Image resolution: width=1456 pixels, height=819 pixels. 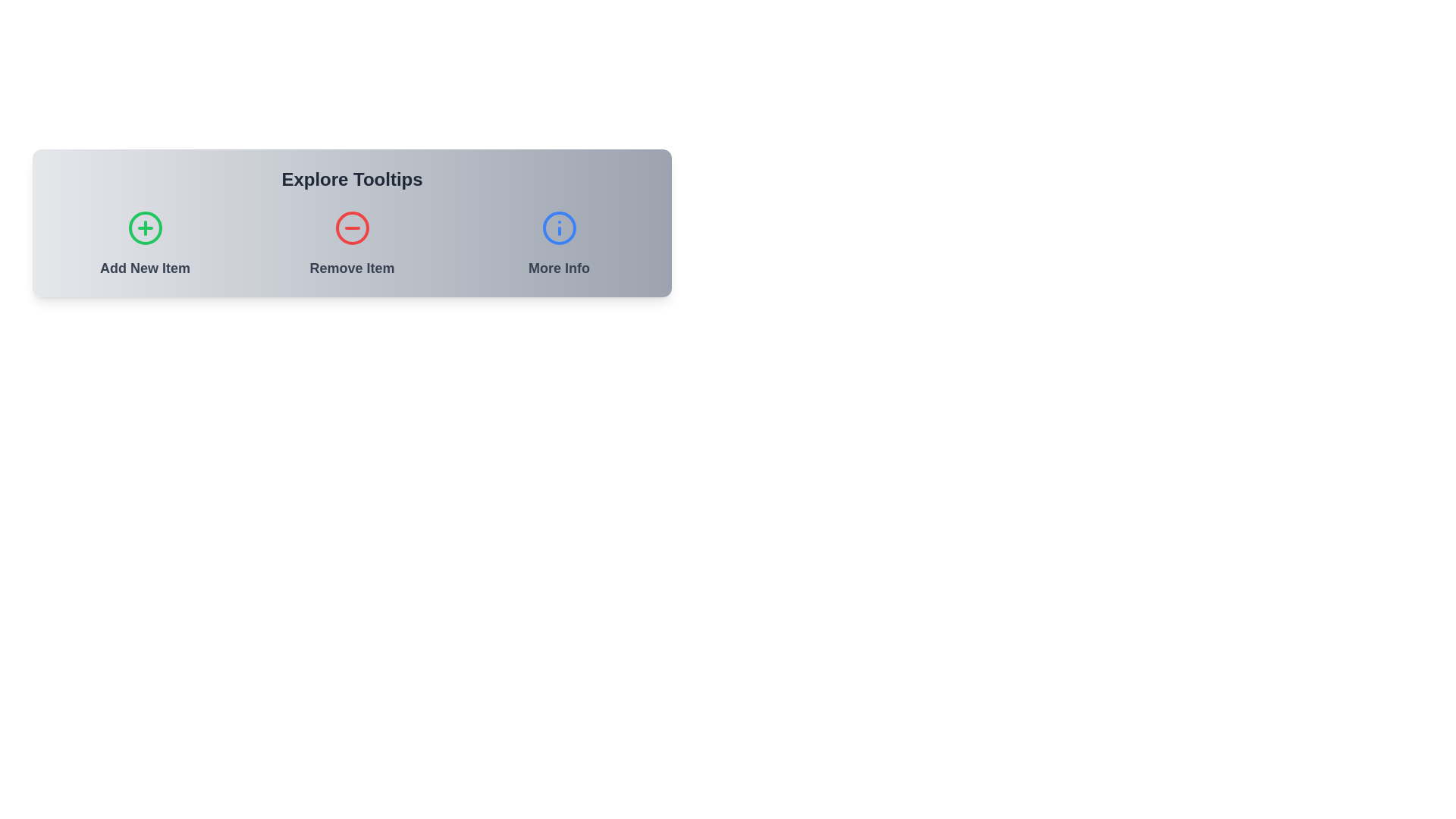 What do you see at coordinates (558, 243) in the screenshot?
I see `the circular blue icon with an 'i' symbol inside, positioned above the text 'More Info'` at bounding box center [558, 243].